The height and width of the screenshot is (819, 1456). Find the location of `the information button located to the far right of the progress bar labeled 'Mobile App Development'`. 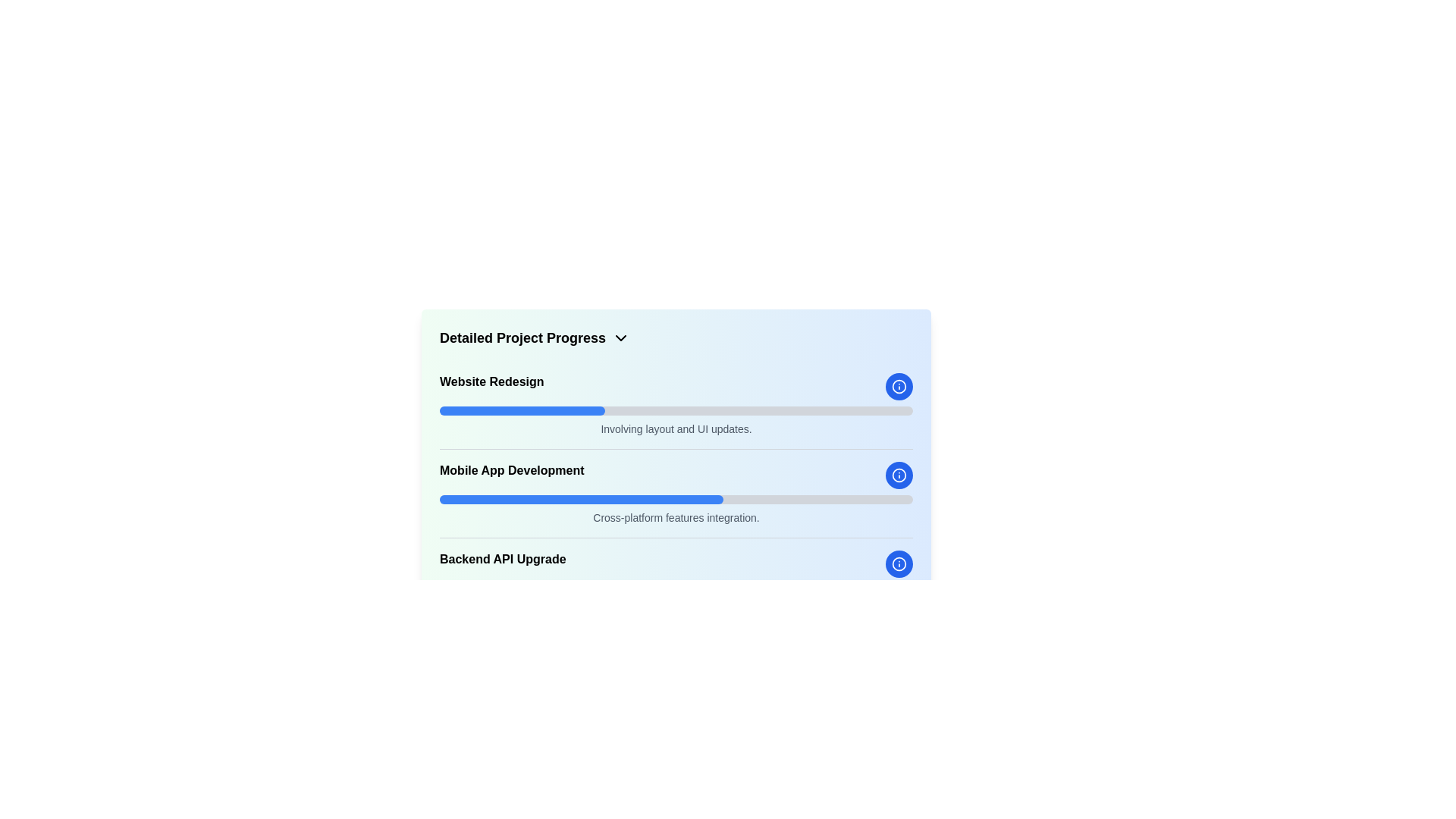

the information button located to the far right of the progress bar labeled 'Mobile App Development' is located at coordinates (899, 475).